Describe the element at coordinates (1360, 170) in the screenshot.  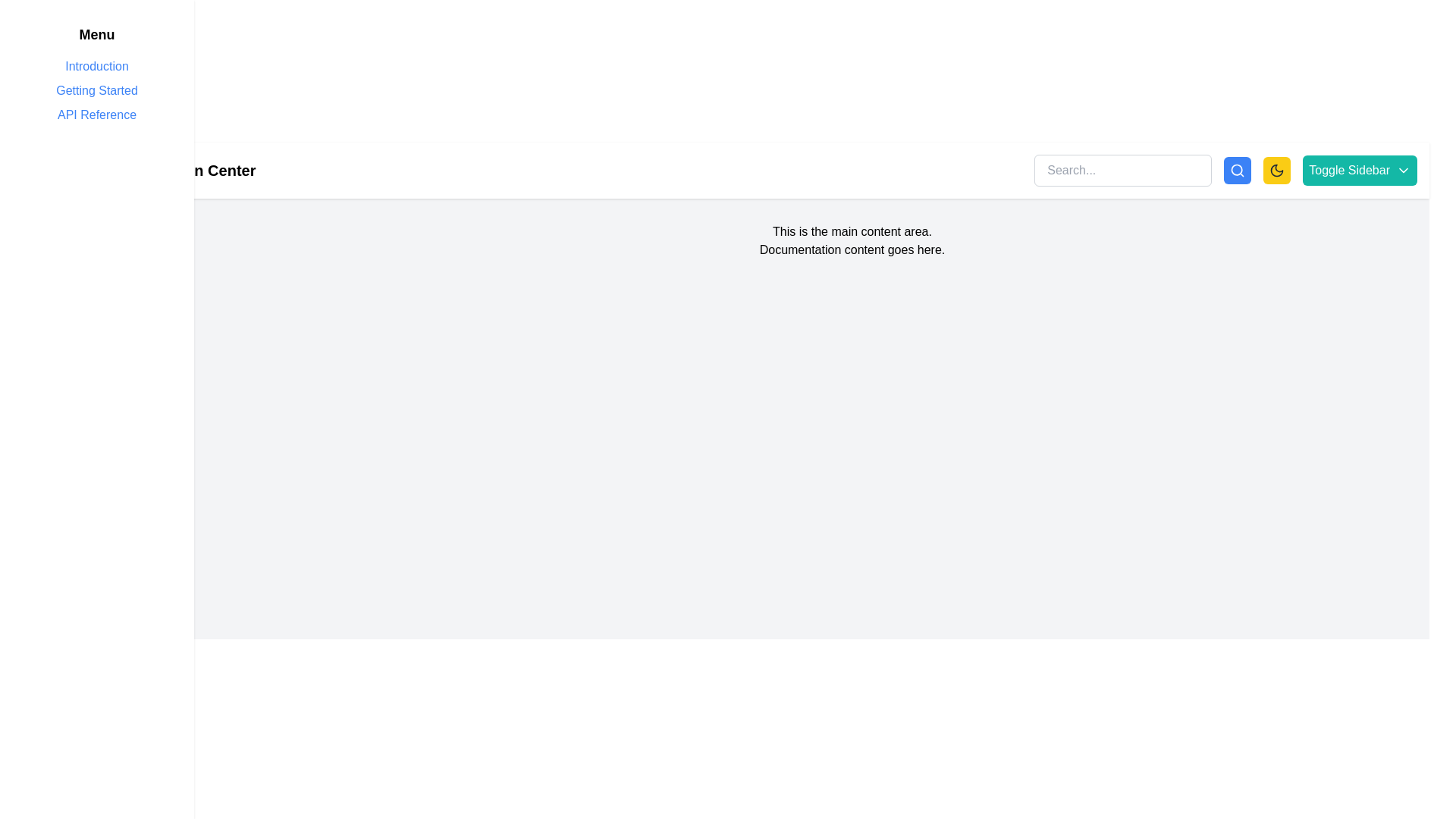
I see `the button located on the far right of the horizontal toolbar to trigger visual feedback` at that location.